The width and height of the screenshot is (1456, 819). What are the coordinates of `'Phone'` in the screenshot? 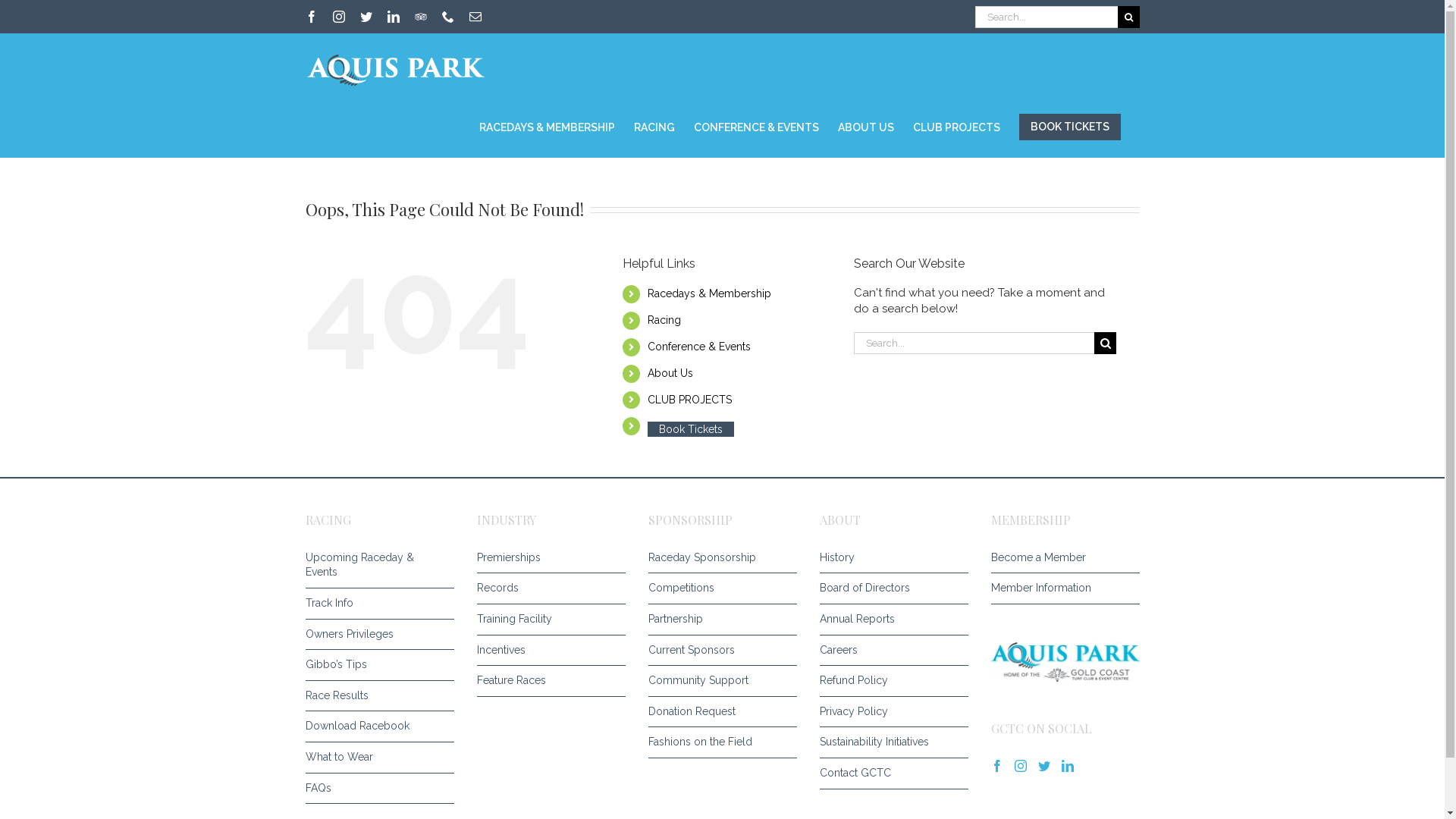 It's located at (447, 17).